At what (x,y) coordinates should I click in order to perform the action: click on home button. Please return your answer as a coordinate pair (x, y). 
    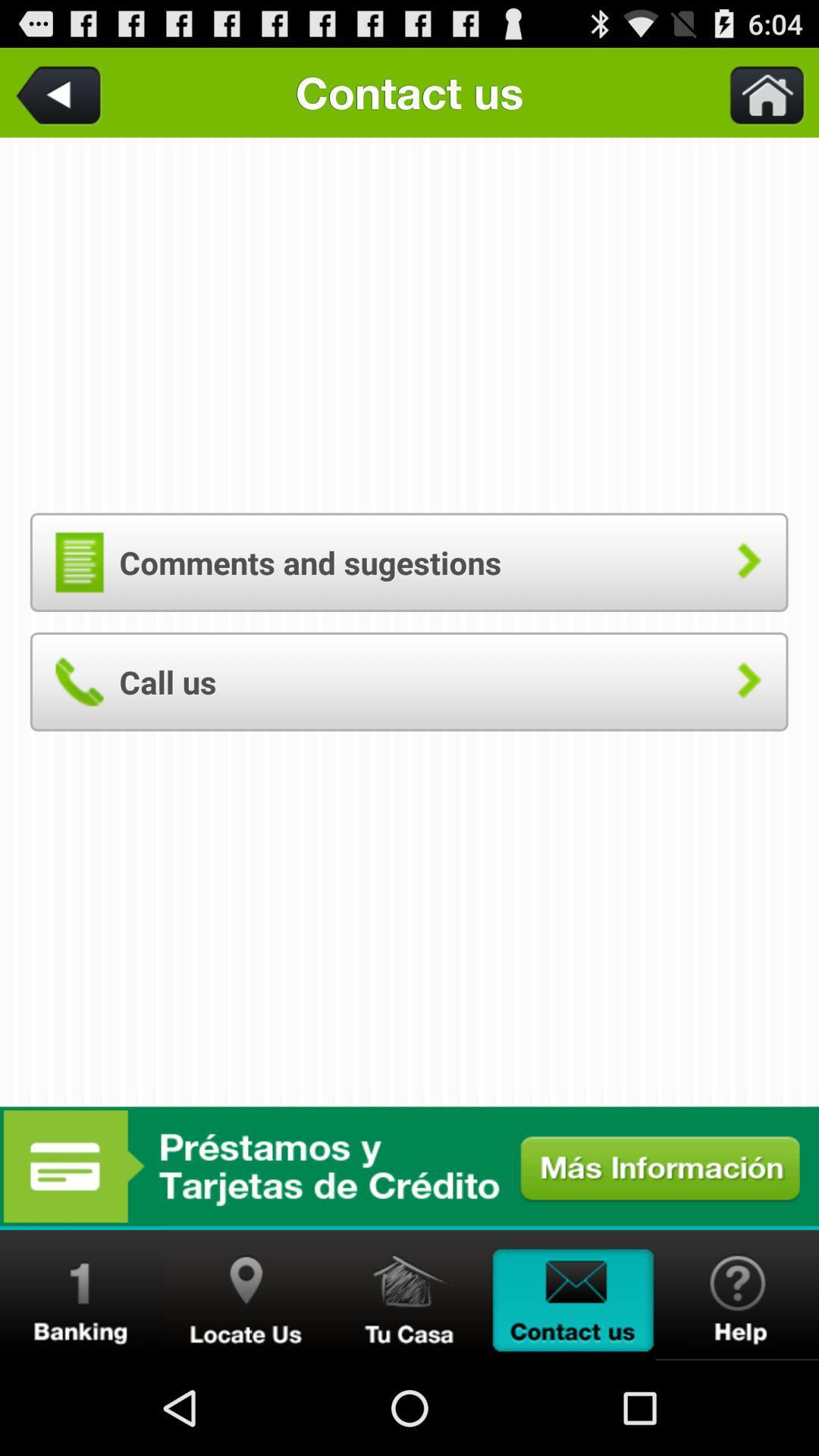
    Looking at the image, I should click on (758, 92).